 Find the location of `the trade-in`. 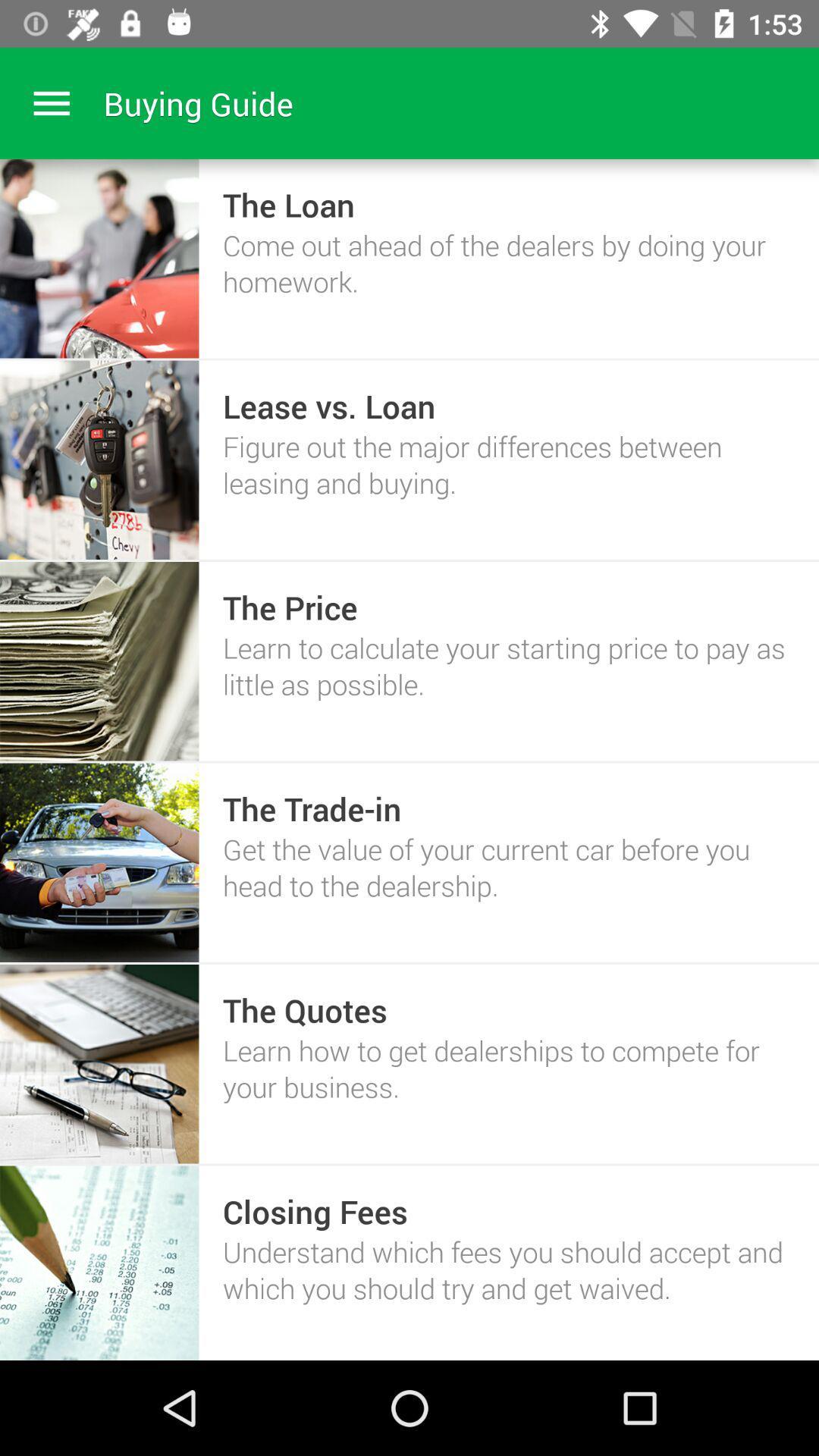

the trade-in is located at coordinates (311, 808).